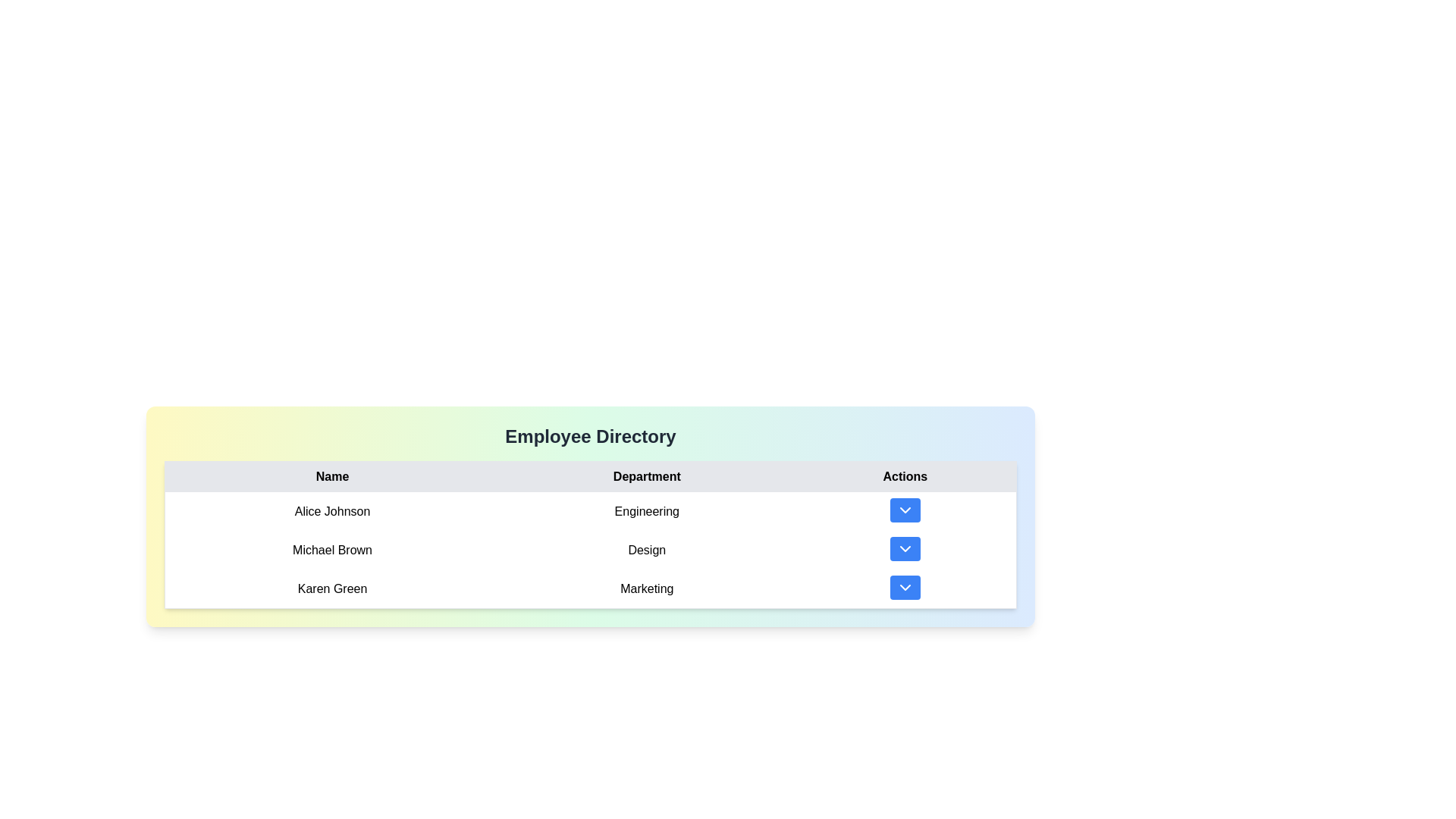 This screenshot has width=1456, height=819. I want to click on the static text label 'Department' located in the second column of the table header, which is displayed in black font on a light gray background, so click(647, 475).